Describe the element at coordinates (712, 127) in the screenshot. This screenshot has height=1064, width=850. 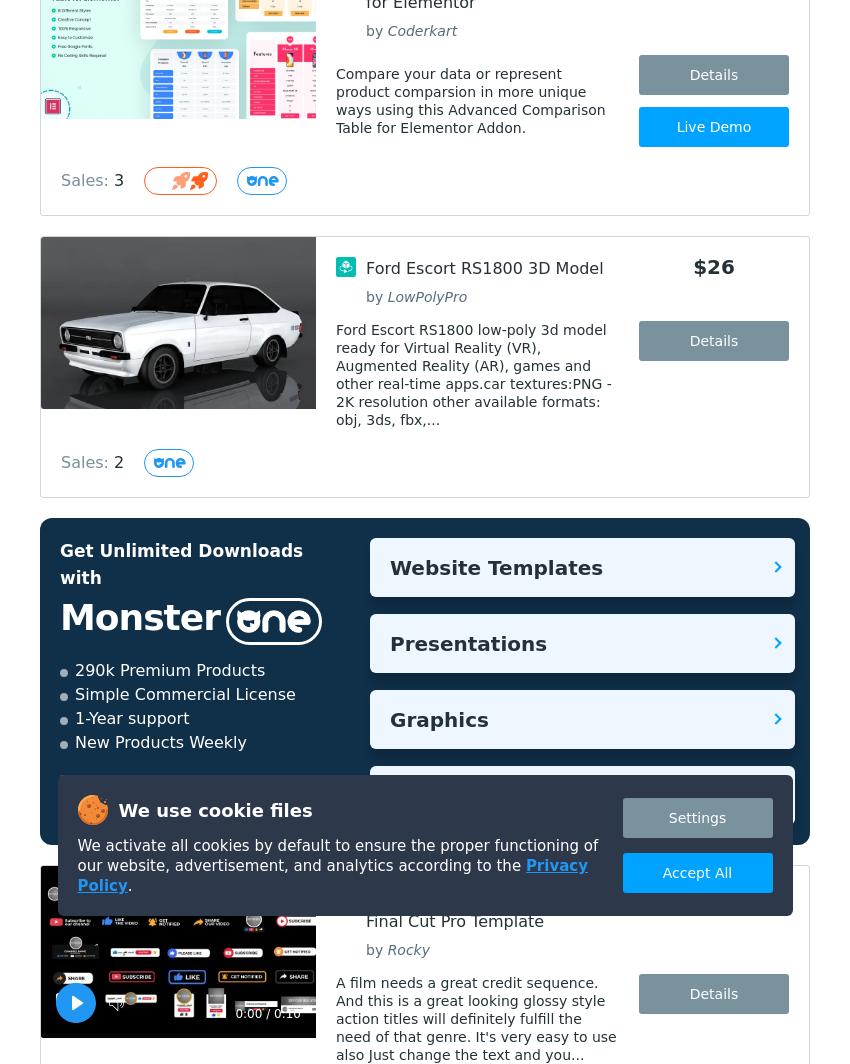
I see `'Live Demo'` at that location.